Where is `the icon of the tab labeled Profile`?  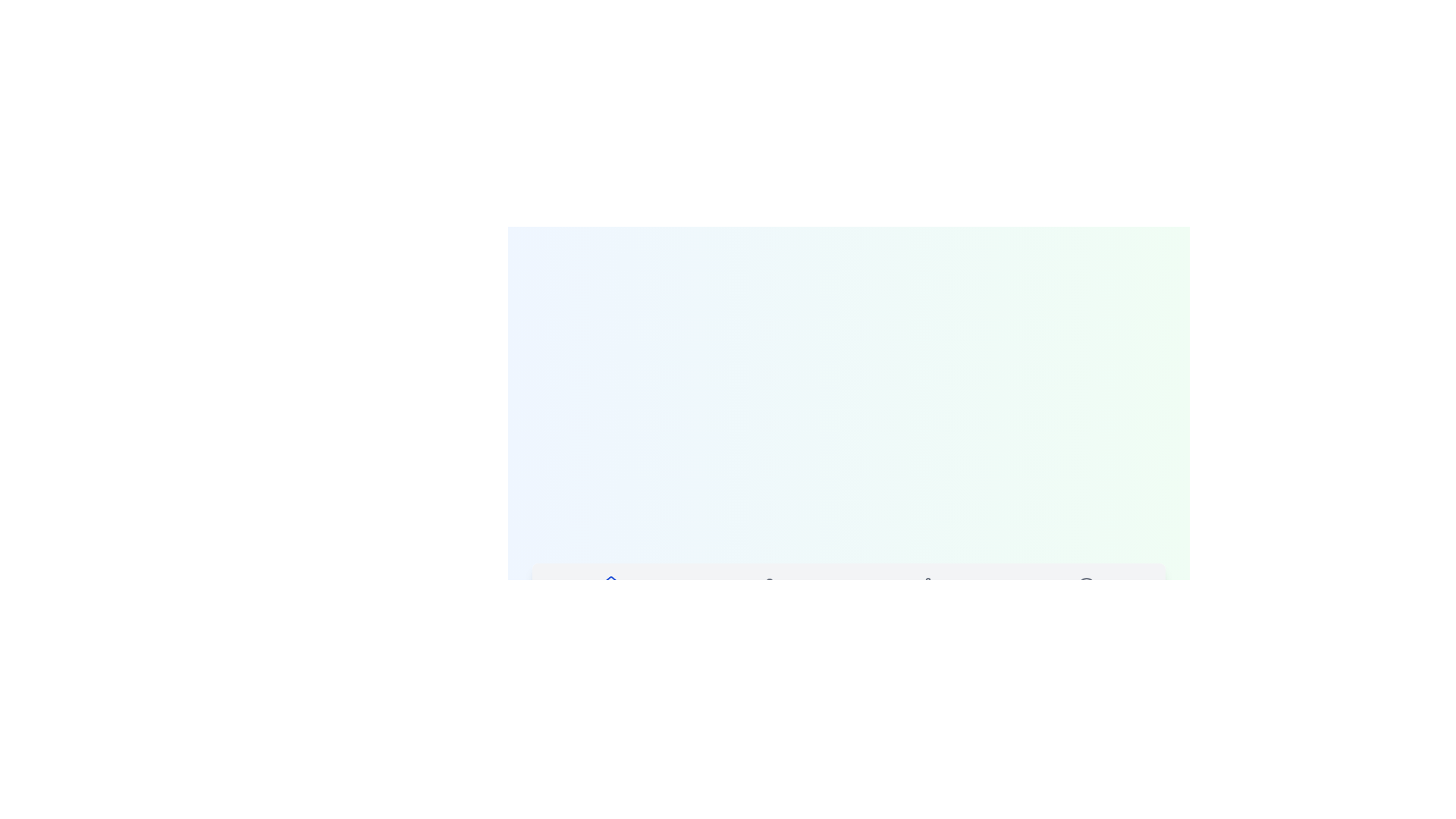 the icon of the tab labeled Profile is located at coordinates (770, 585).